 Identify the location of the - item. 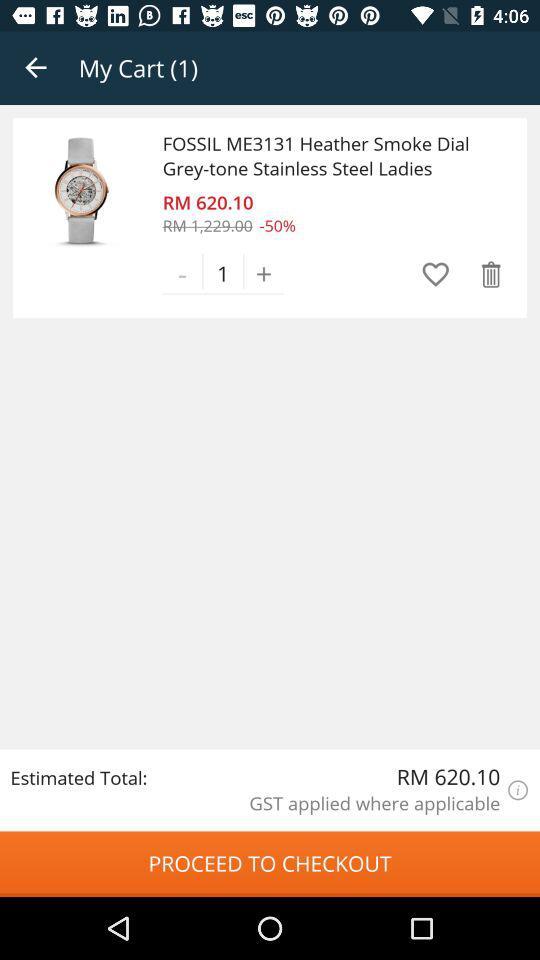
(182, 272).